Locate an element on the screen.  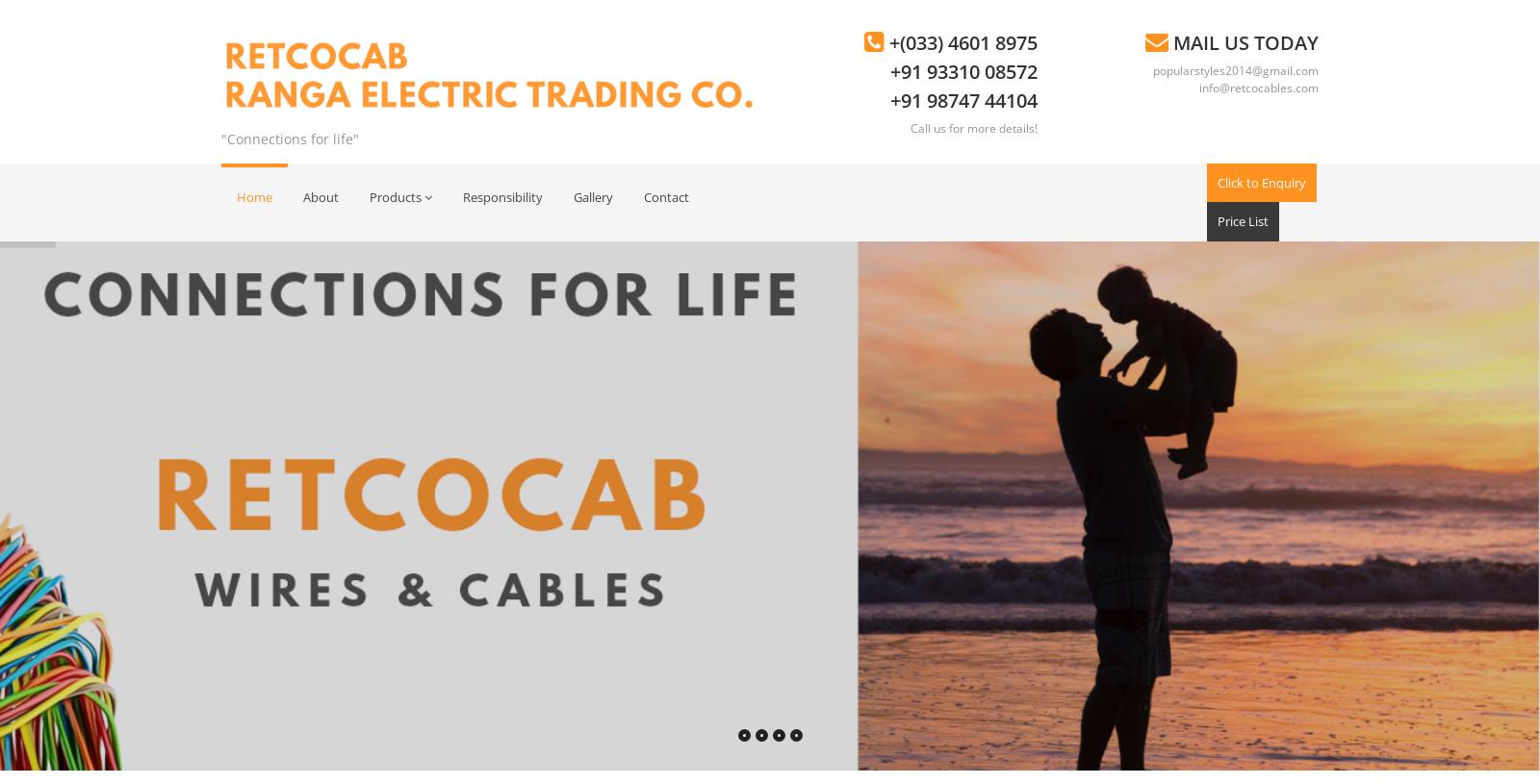
'Products' is located at coordinates (395, 195).